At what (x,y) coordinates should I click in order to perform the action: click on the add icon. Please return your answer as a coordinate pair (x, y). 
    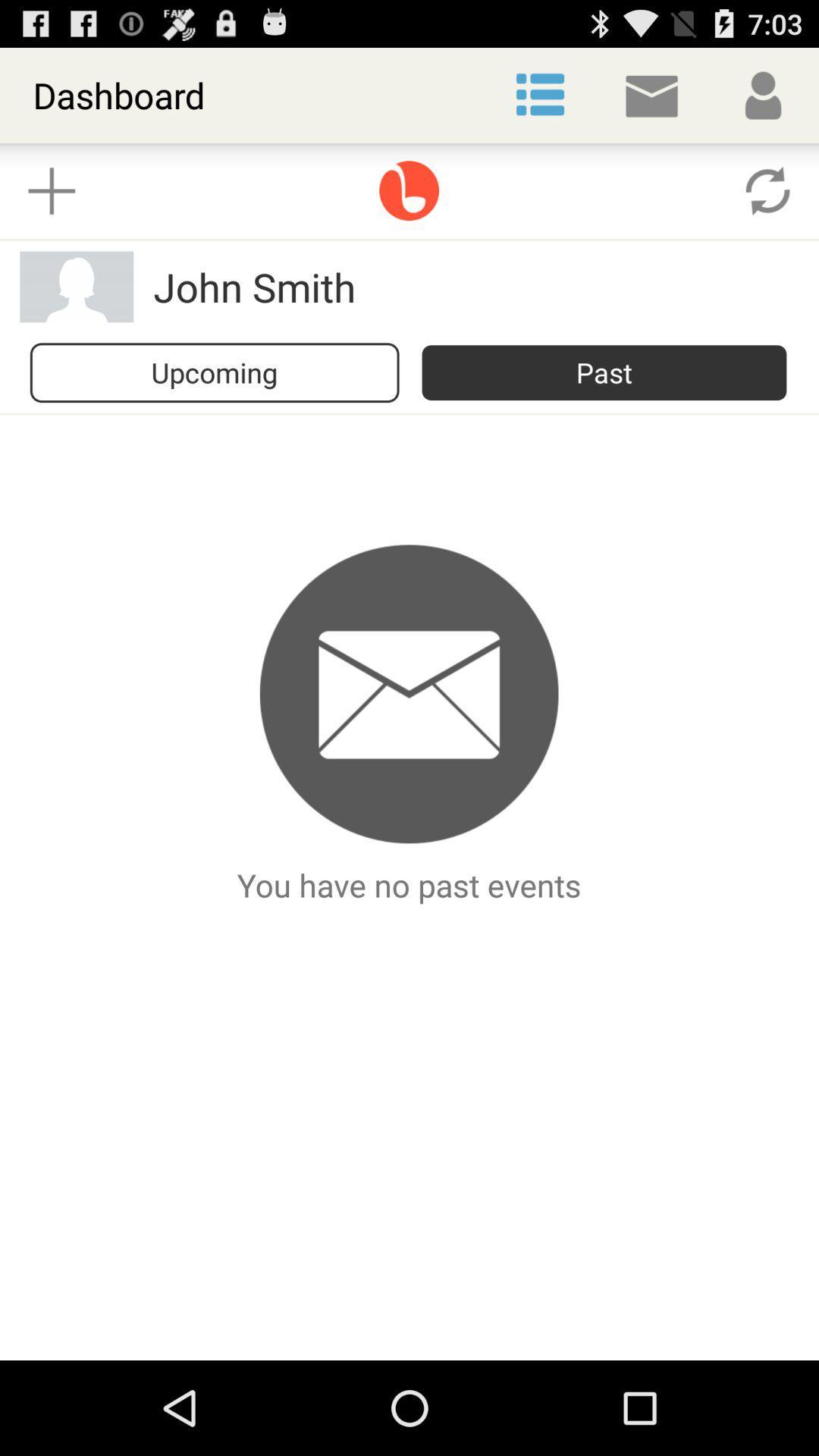
    Looking at the image, I should click on (51, 203).